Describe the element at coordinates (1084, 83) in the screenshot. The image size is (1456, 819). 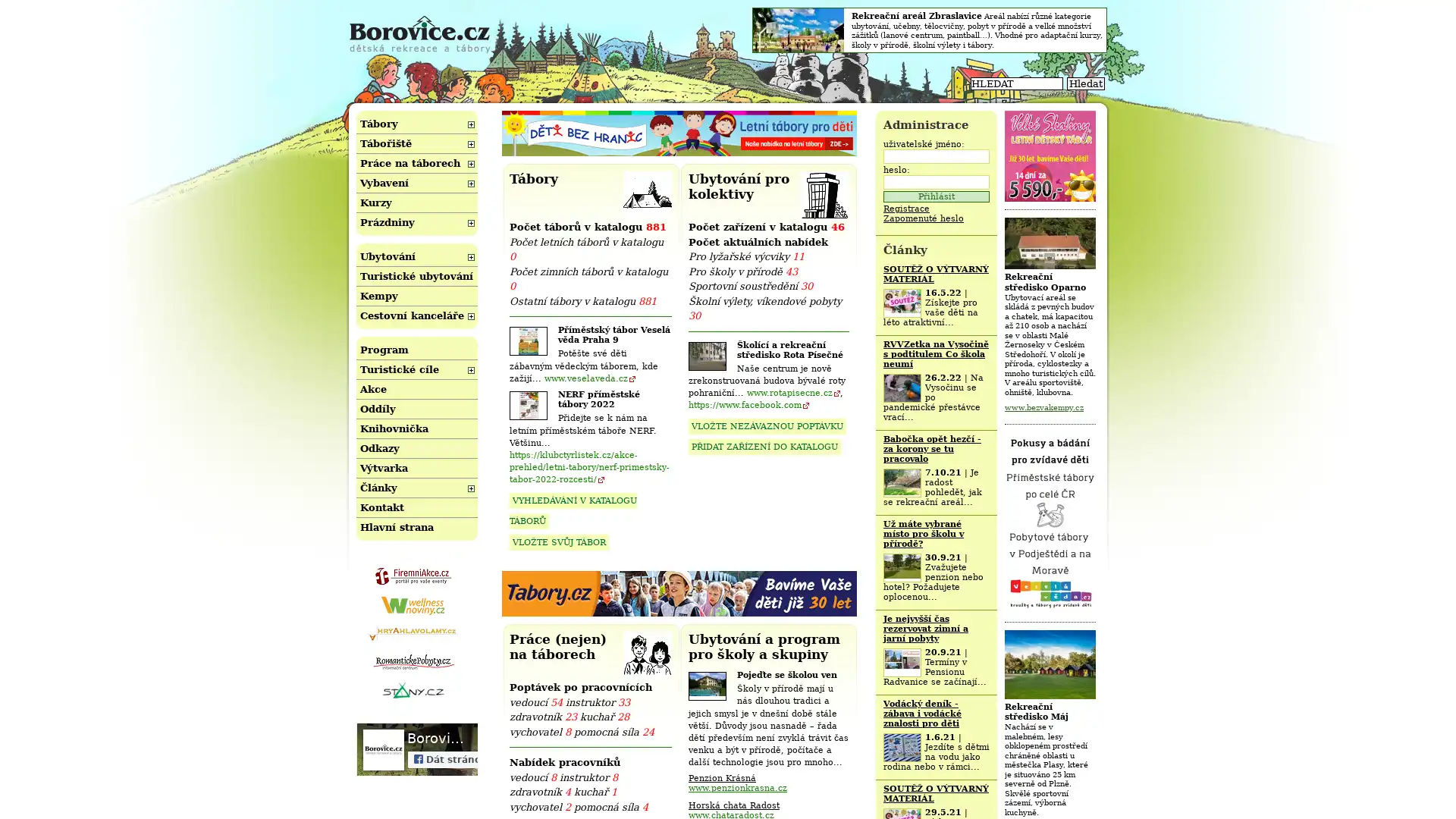
I see `Hledat` at that location.